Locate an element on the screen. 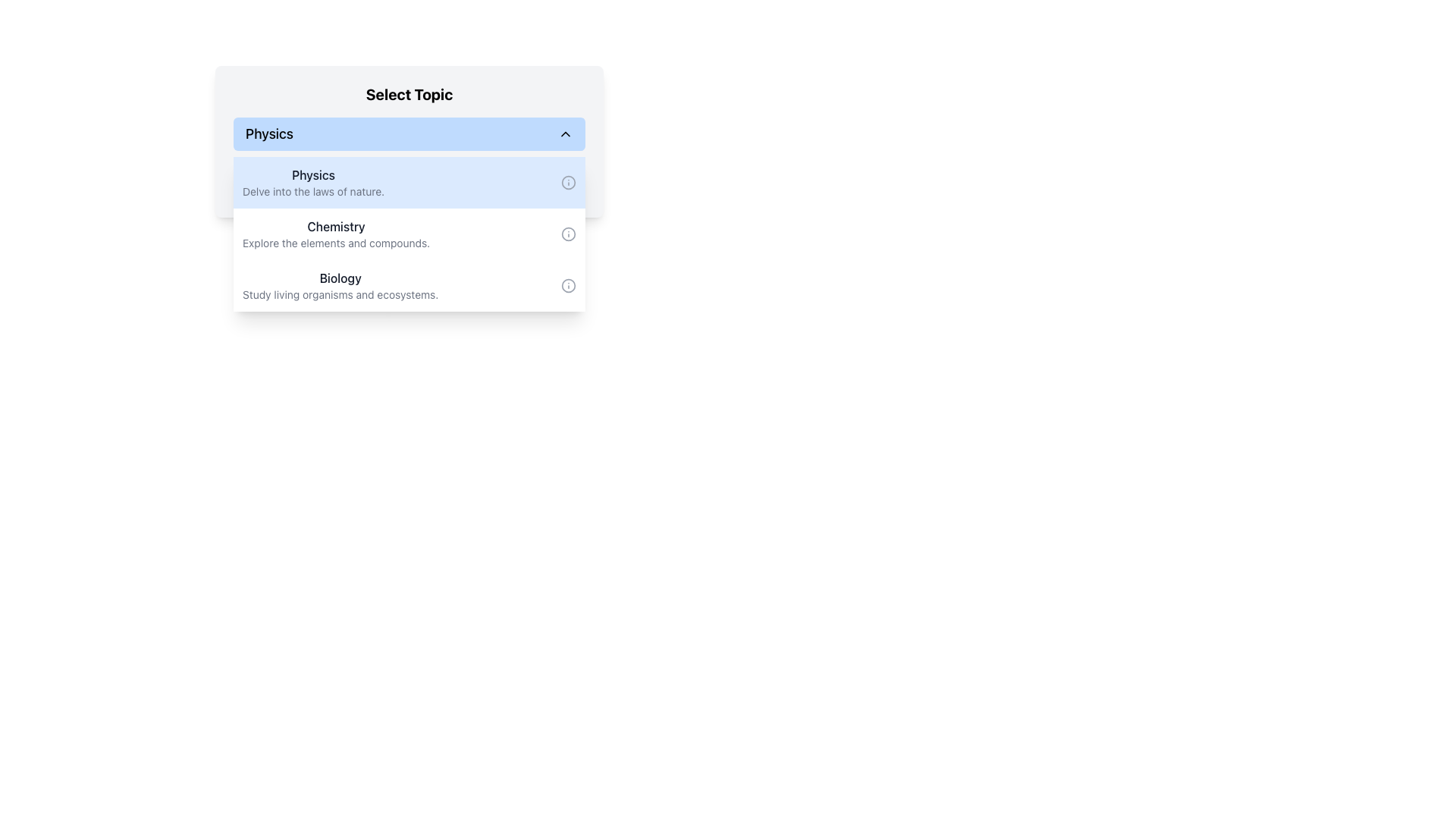 The image size is (1456, 819). the text element that reads 'Explore the elements and compounds.' located under the 'Chemistry' heading in the dropdown list of the 'Select Topic' section is located at coordinates (335, 242).